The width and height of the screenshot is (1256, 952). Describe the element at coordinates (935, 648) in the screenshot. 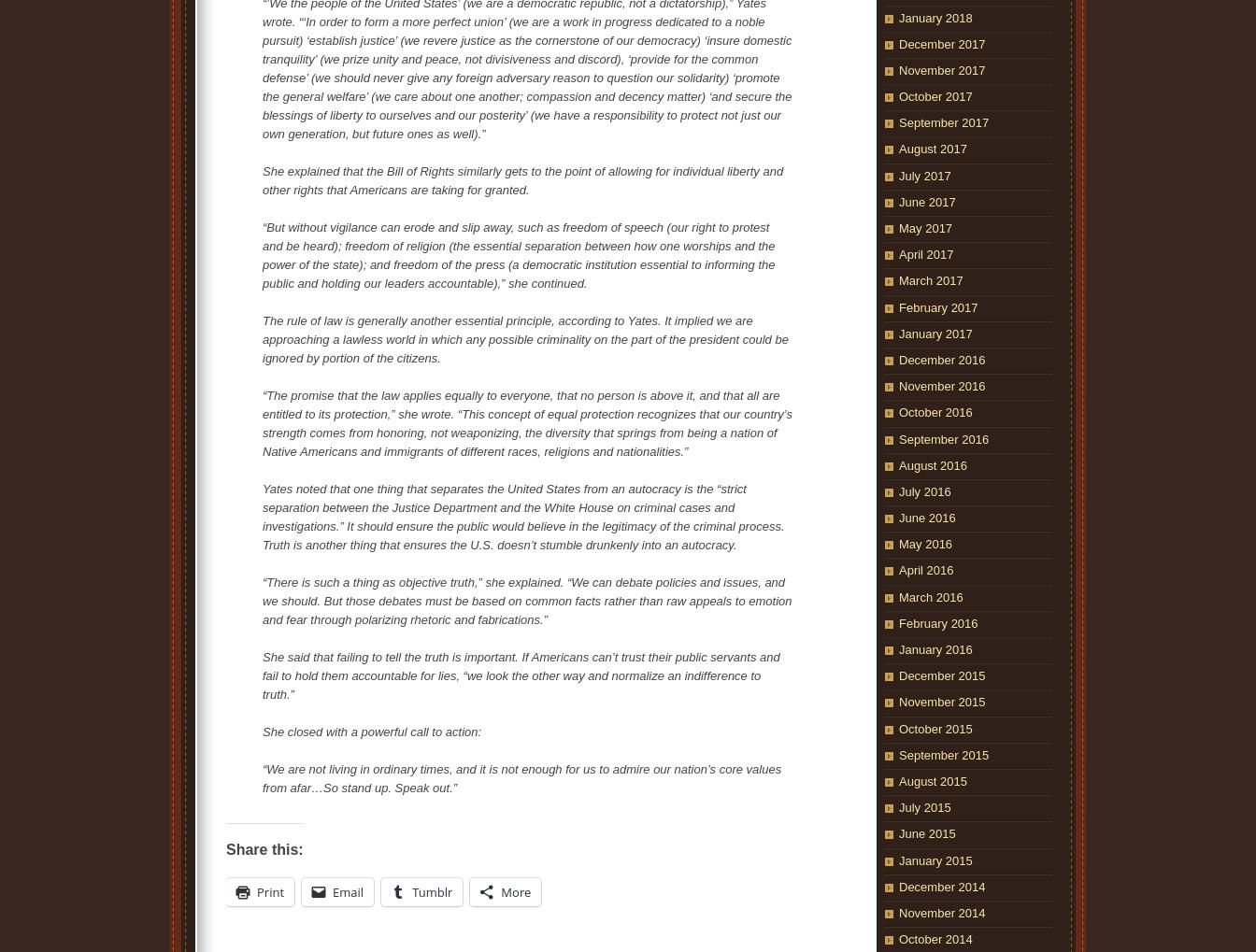

I see `'January 2016'` at that location.